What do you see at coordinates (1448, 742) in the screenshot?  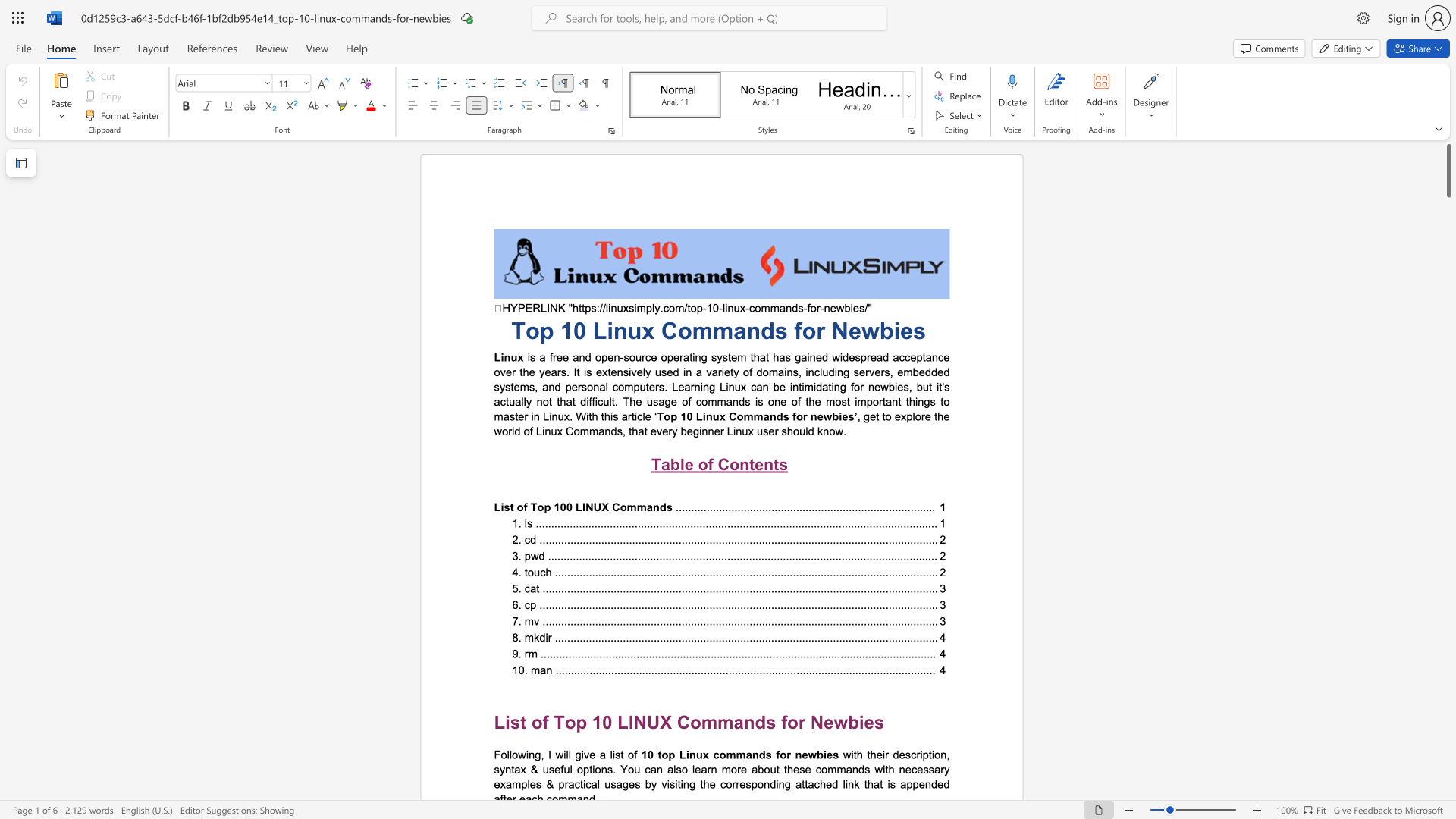 I see `the scrollbar to move the content lower` at bounding box center [1448, 742].